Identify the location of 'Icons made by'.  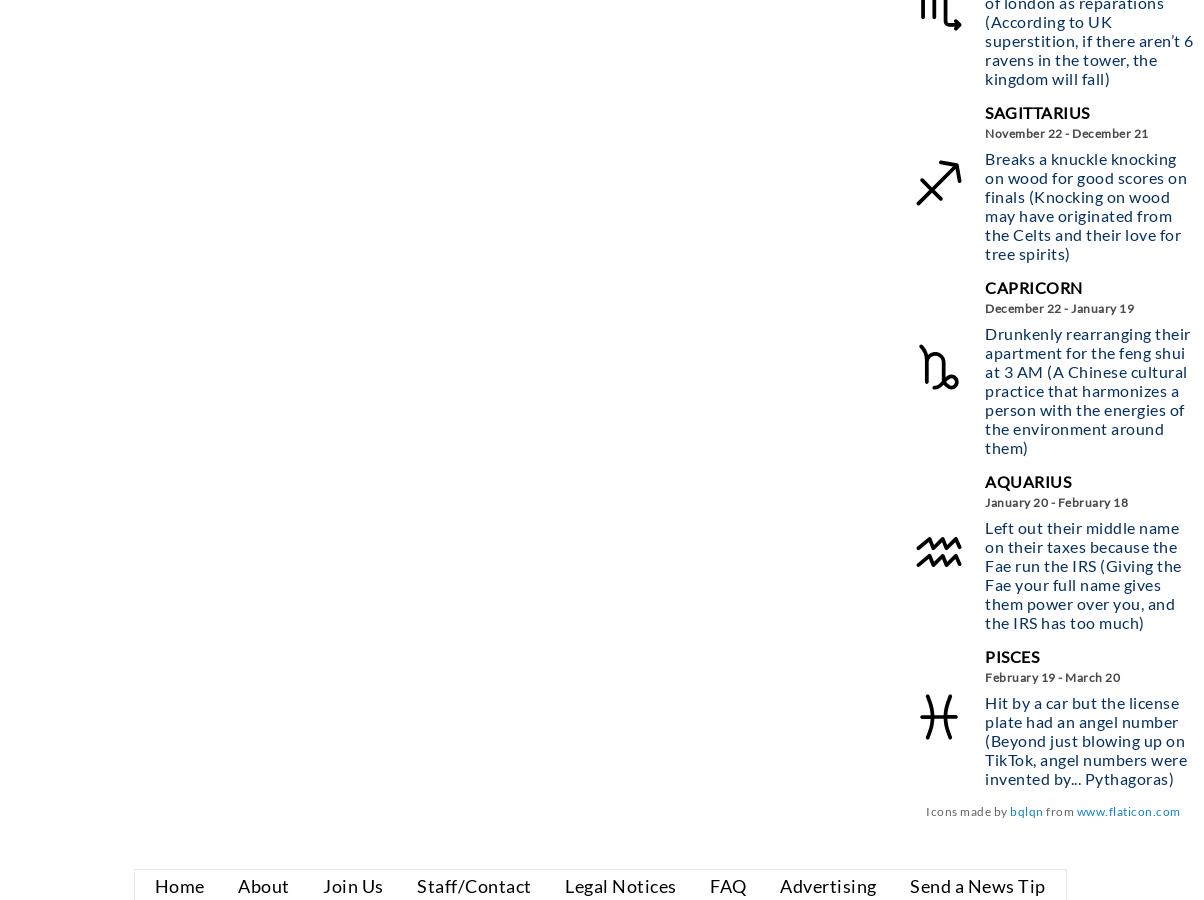
(968, 810).